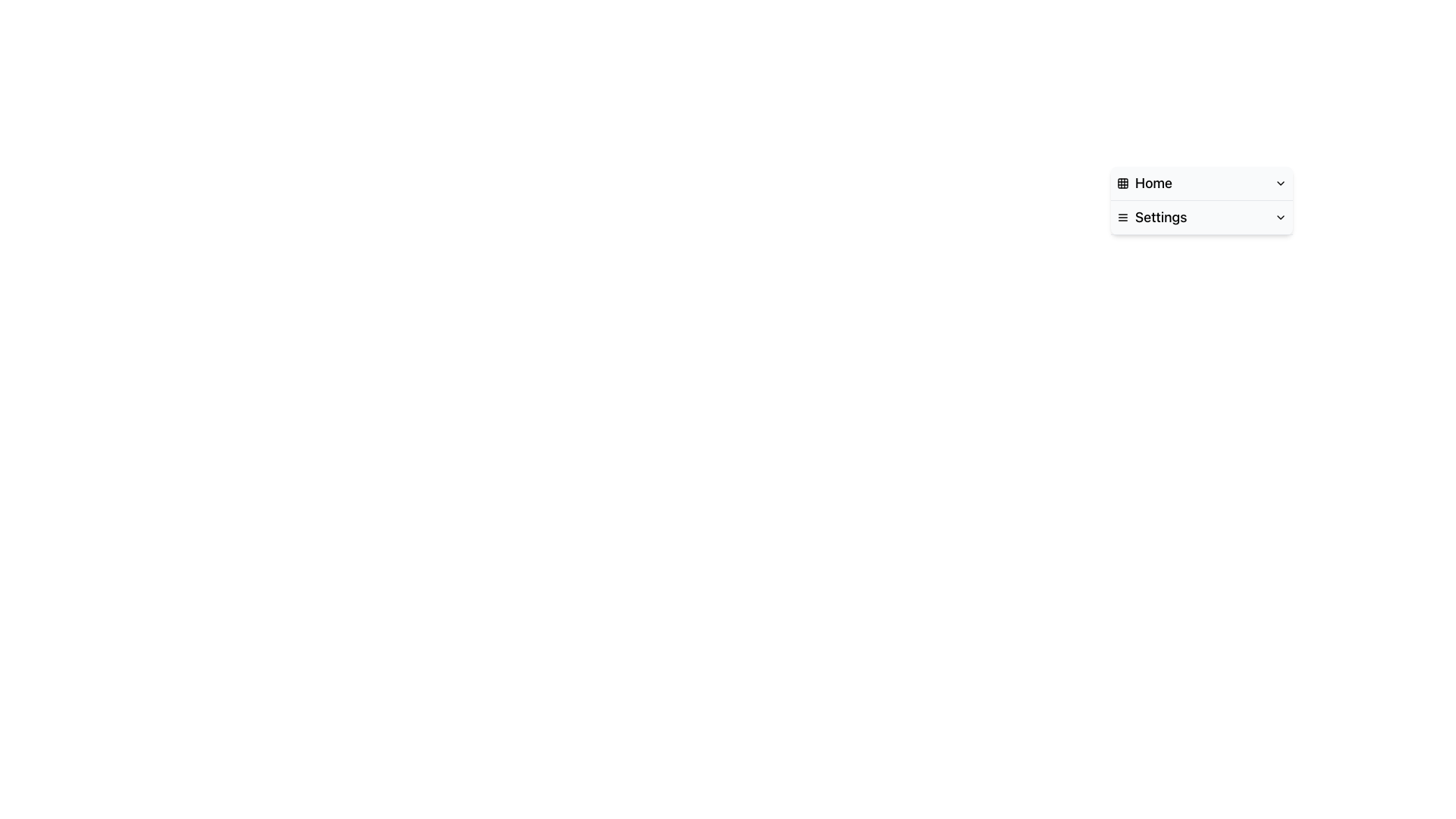 Image resolution: width=1456 pixels, height=819 pixels. Describe the element at coordinates (1200, 218) in the screenshot. I see `the second list item in the dropdown menu` at that location.